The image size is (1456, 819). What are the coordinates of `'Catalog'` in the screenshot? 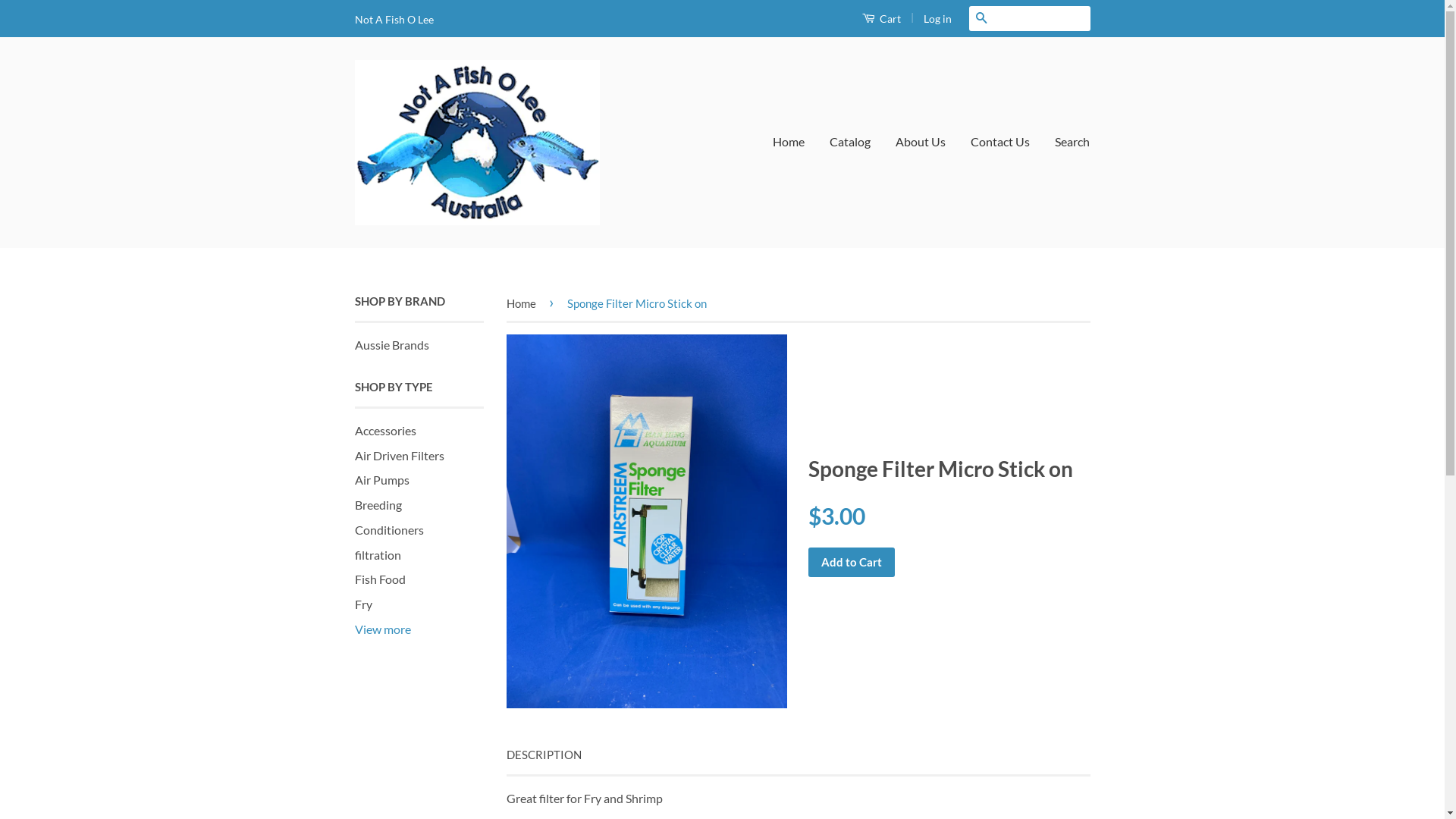 It's located at (850, 142).